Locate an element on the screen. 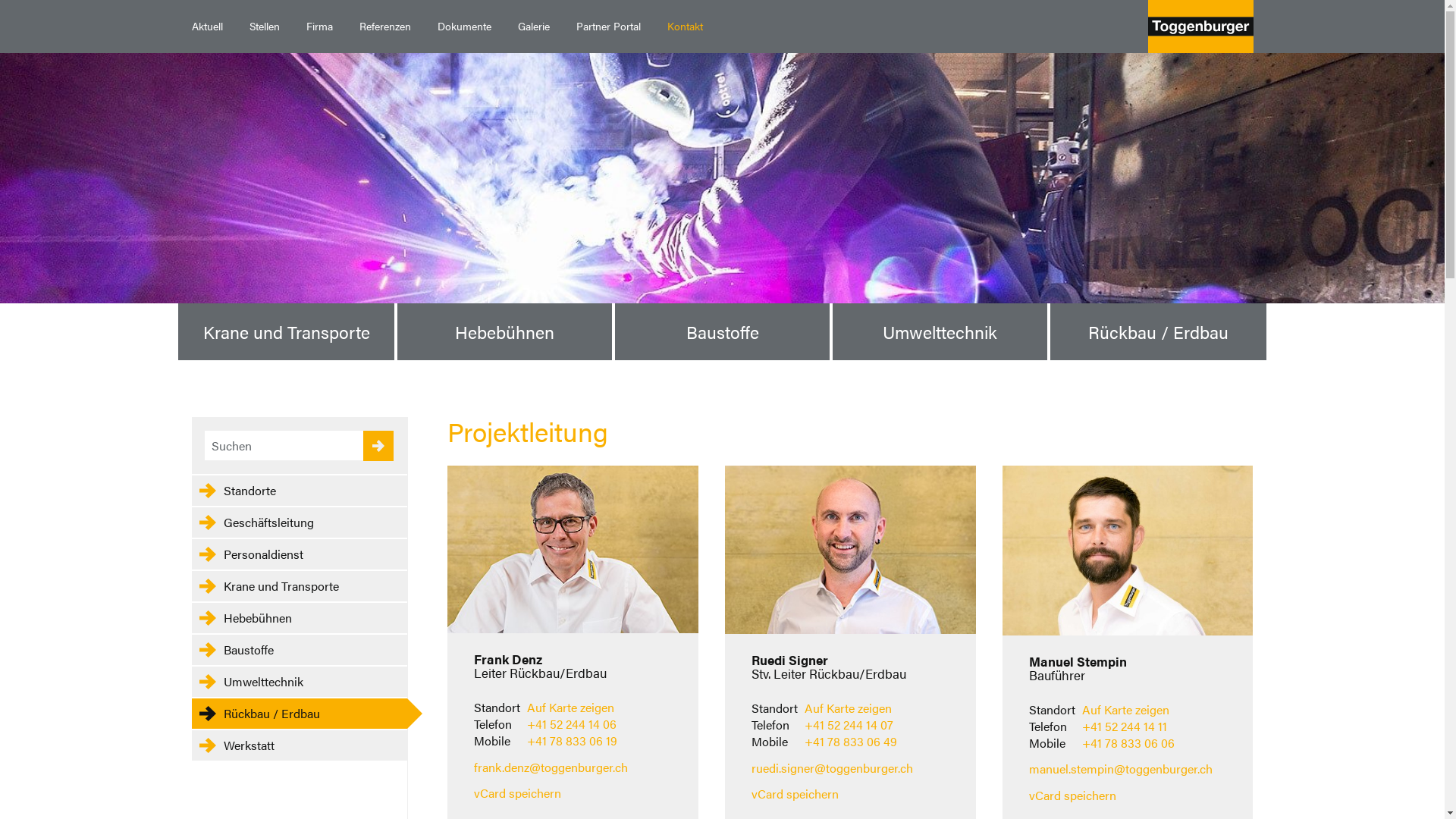 The image size is (1456, 819). 'Kontakt' is located at coordinates (683, 26).